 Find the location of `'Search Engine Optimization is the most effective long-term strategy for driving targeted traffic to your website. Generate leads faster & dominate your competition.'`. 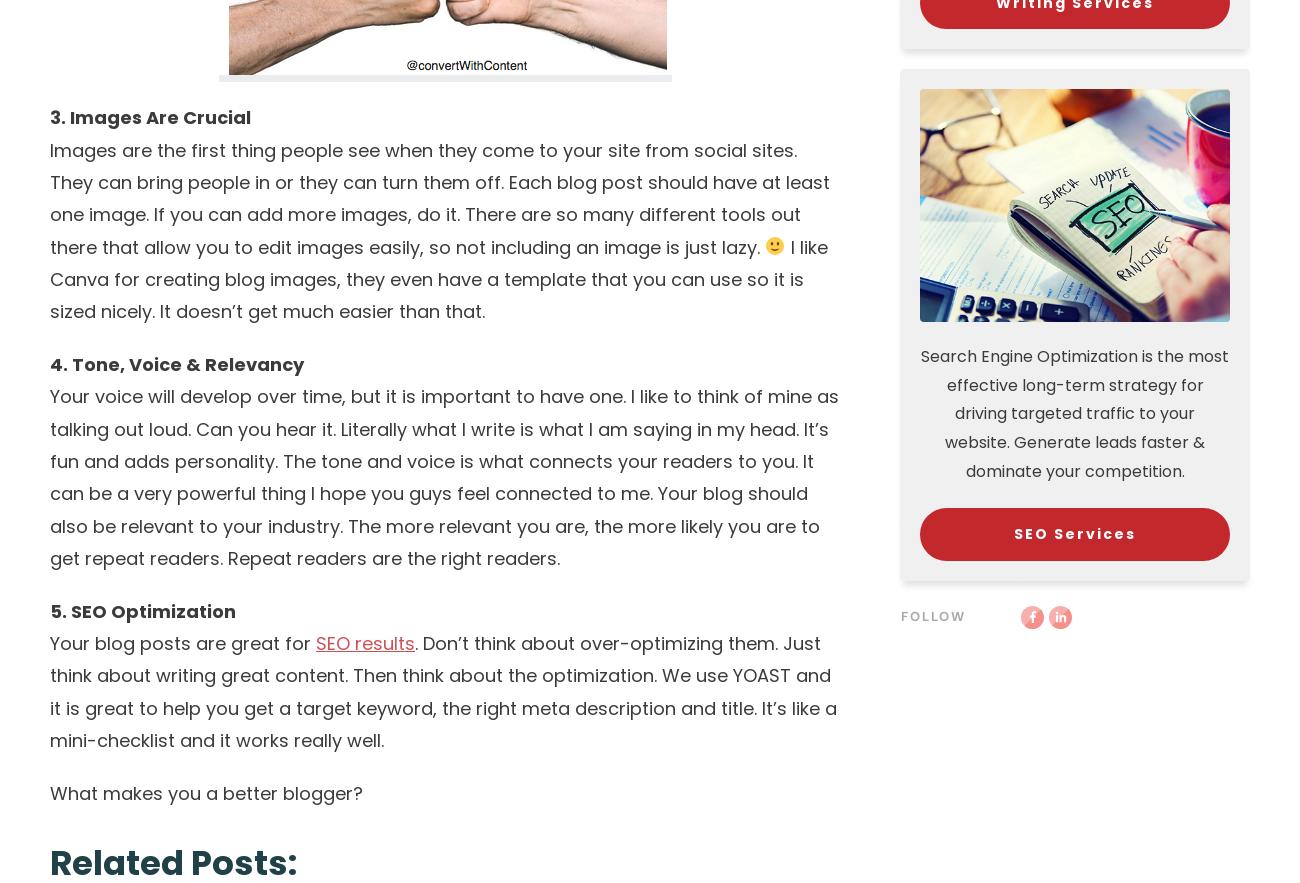

'Search Engine Optimization is the most effective long-term strategy for driving targeted traffic to your website. Generate leads faster & dominate your competition.' is located at coordinates (1074, 412).